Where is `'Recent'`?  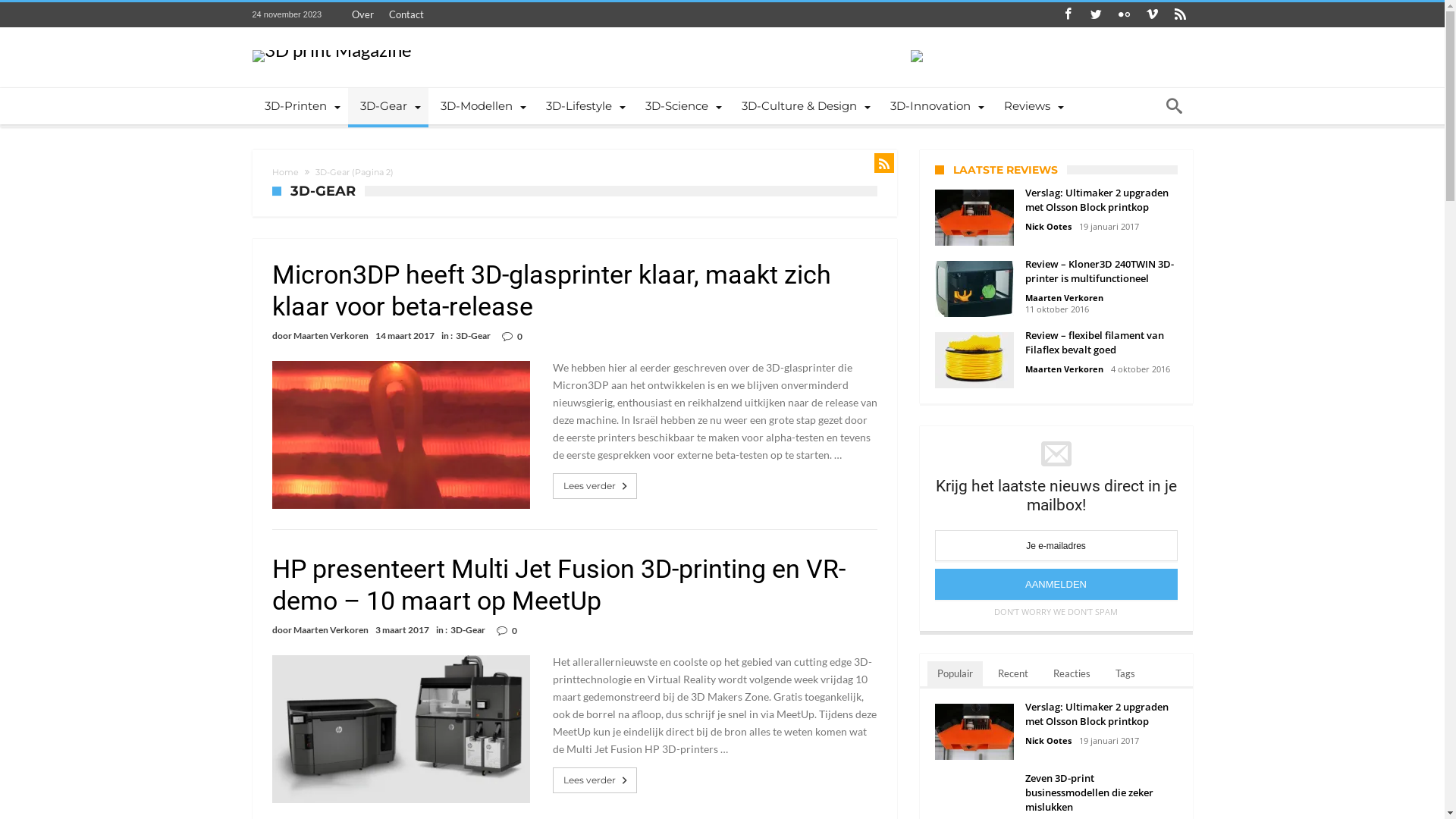
'Recent' is located at coordinates (1012, 674).